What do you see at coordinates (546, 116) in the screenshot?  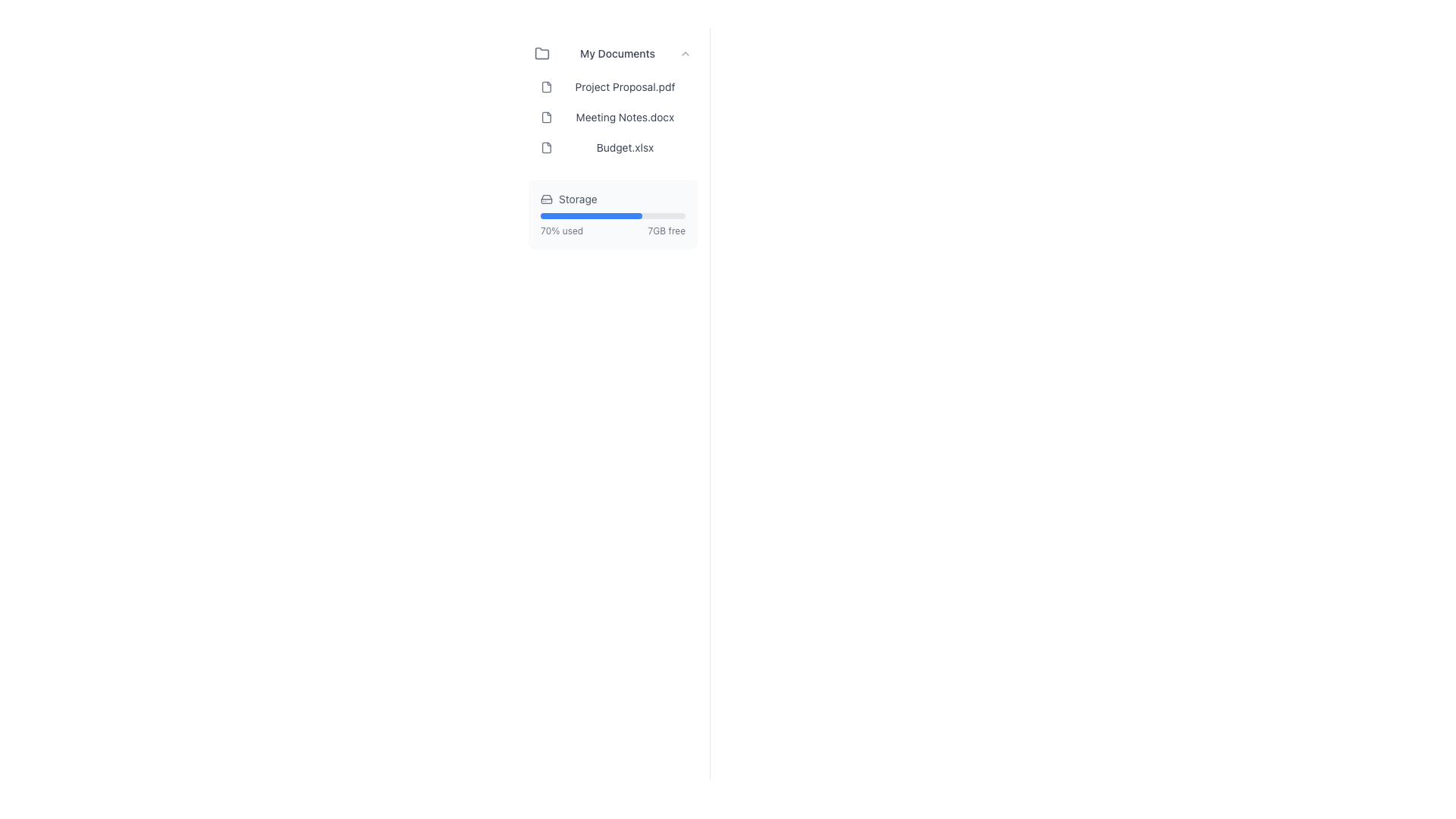 I see `the small document icon with a gray outline and folded corner that represents 'Meeting Notes.docx', located to the left of the document title` at bounding box center [546, 116].